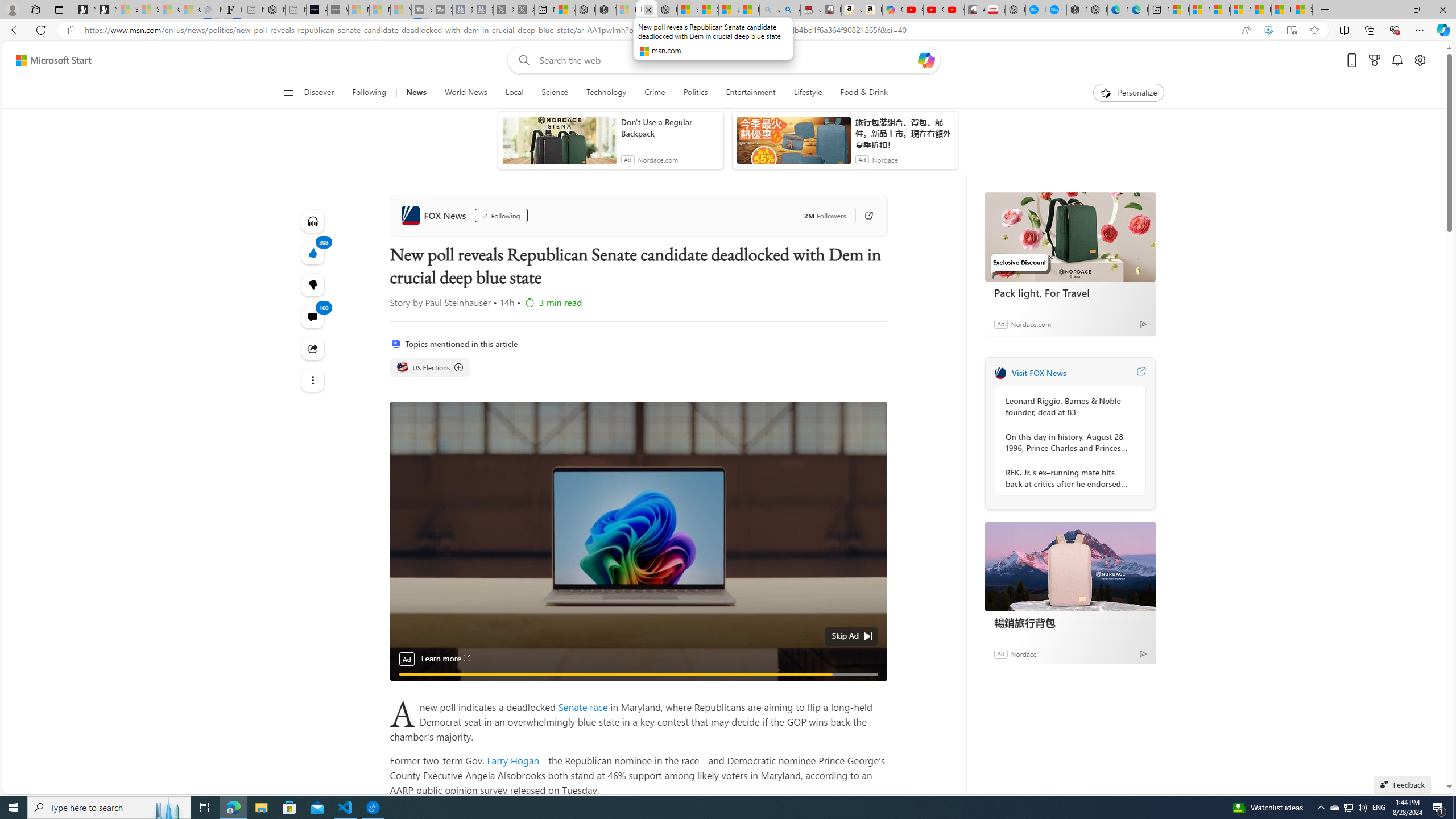  Describe the element at coordinates (789, 9) in the screenshot. I see `'Amazon Echo Dot PNG - Search Images'` at that location.